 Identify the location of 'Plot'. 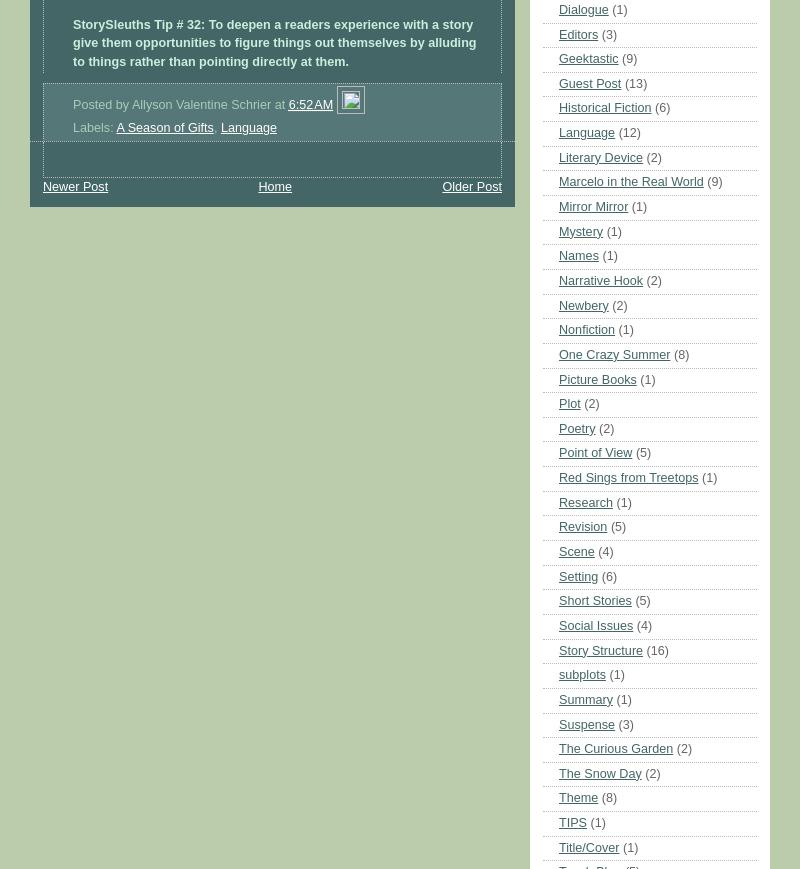
(568, 402).